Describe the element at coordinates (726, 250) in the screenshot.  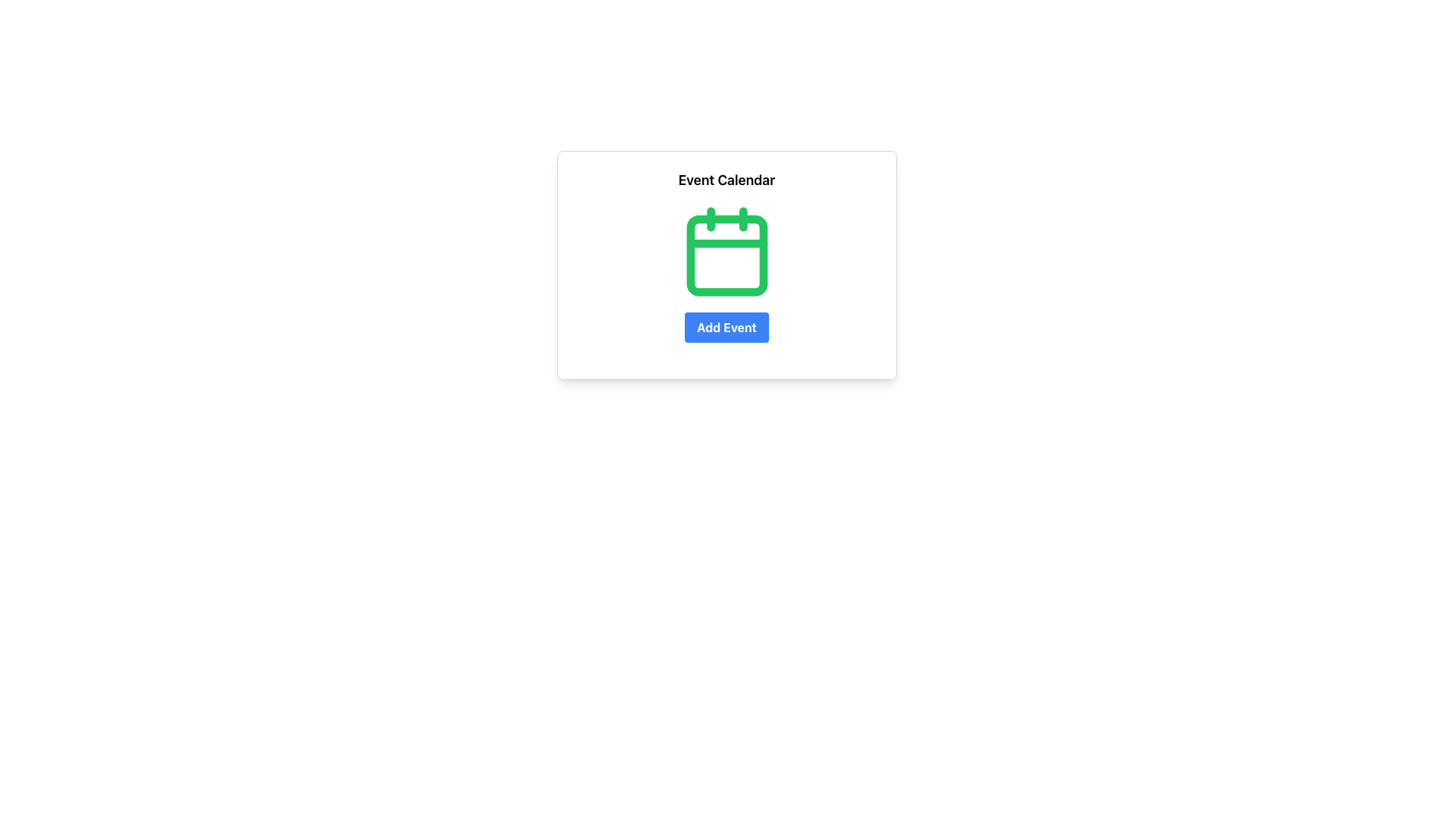
I see `the calendar icon, which is located below the 'Event Calendar' text and above the 'Add Event' button, serving as a visual representation for scheduling functionality` at that location.